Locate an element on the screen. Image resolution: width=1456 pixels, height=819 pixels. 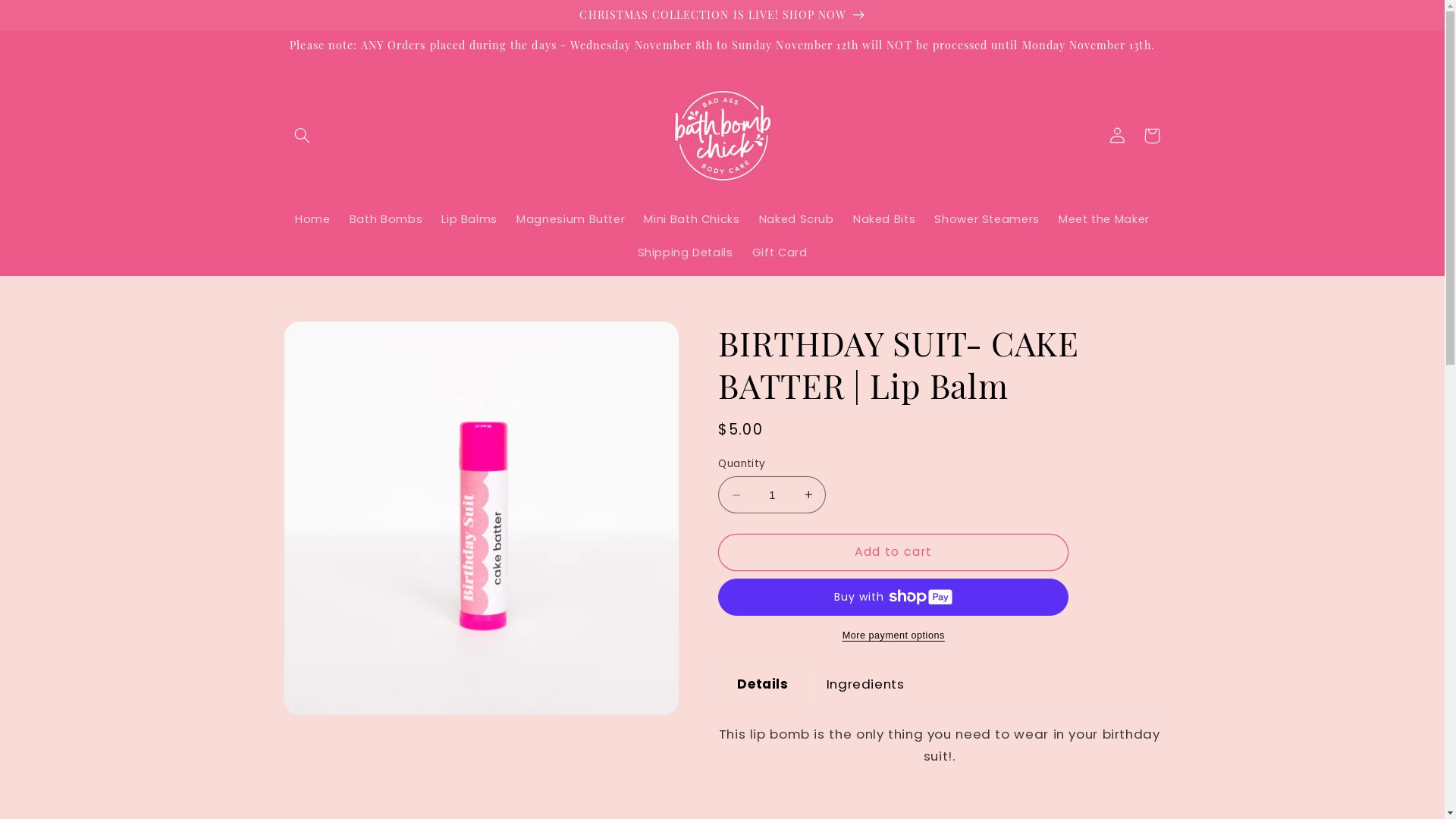
'Magnesium Butter' is located at coordinates (507, 219).